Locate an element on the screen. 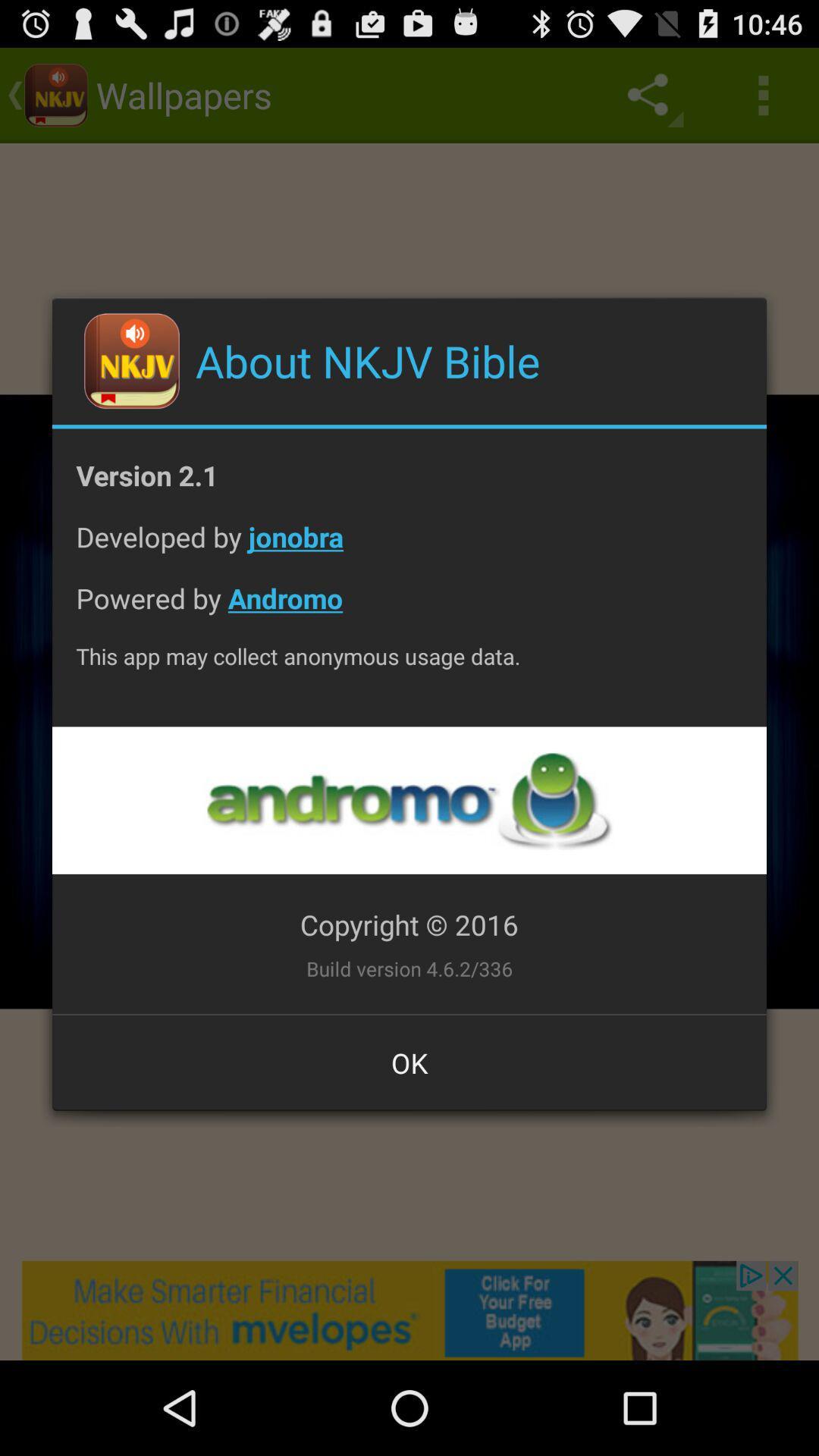 Image resolution: width=819 pixels, height=1456 pixels. app below developed by jonobra app is located at coordinates (409, 610).